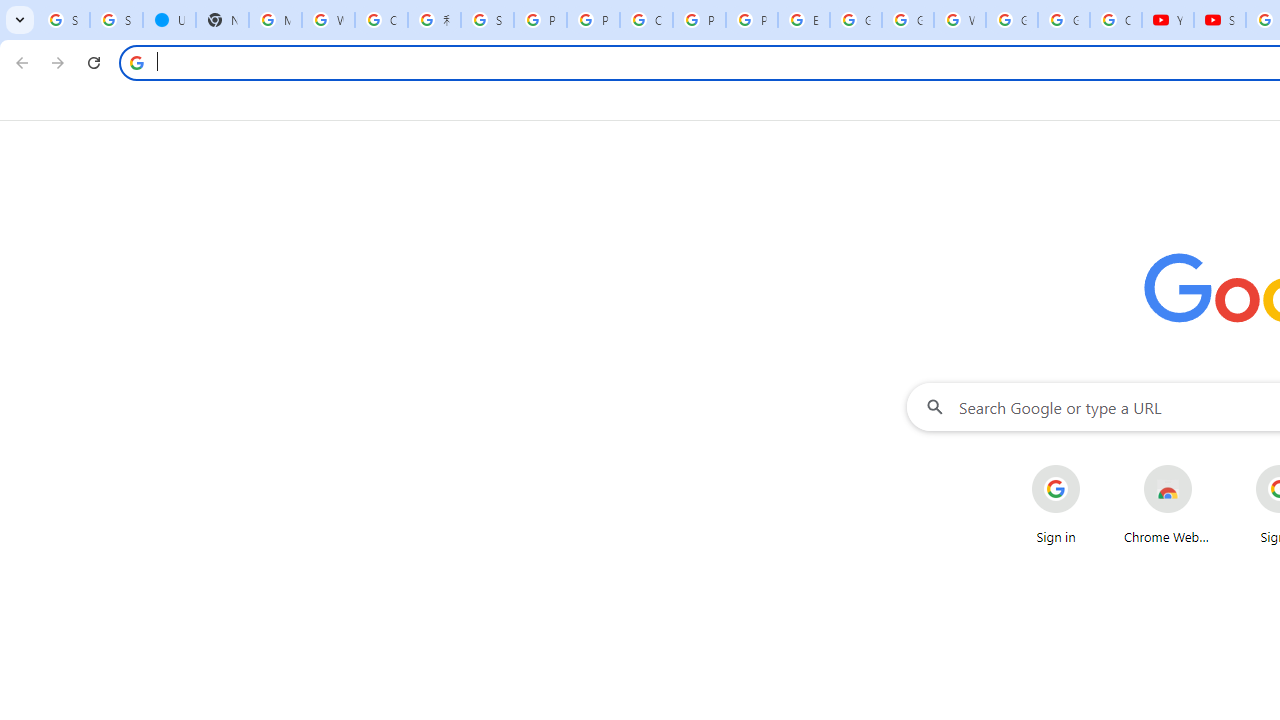 This screenshot has width=1280, height=720. Describe the element at coordinates (169, 20) in the screenshot. I see `'USA TODAY'` at that location.